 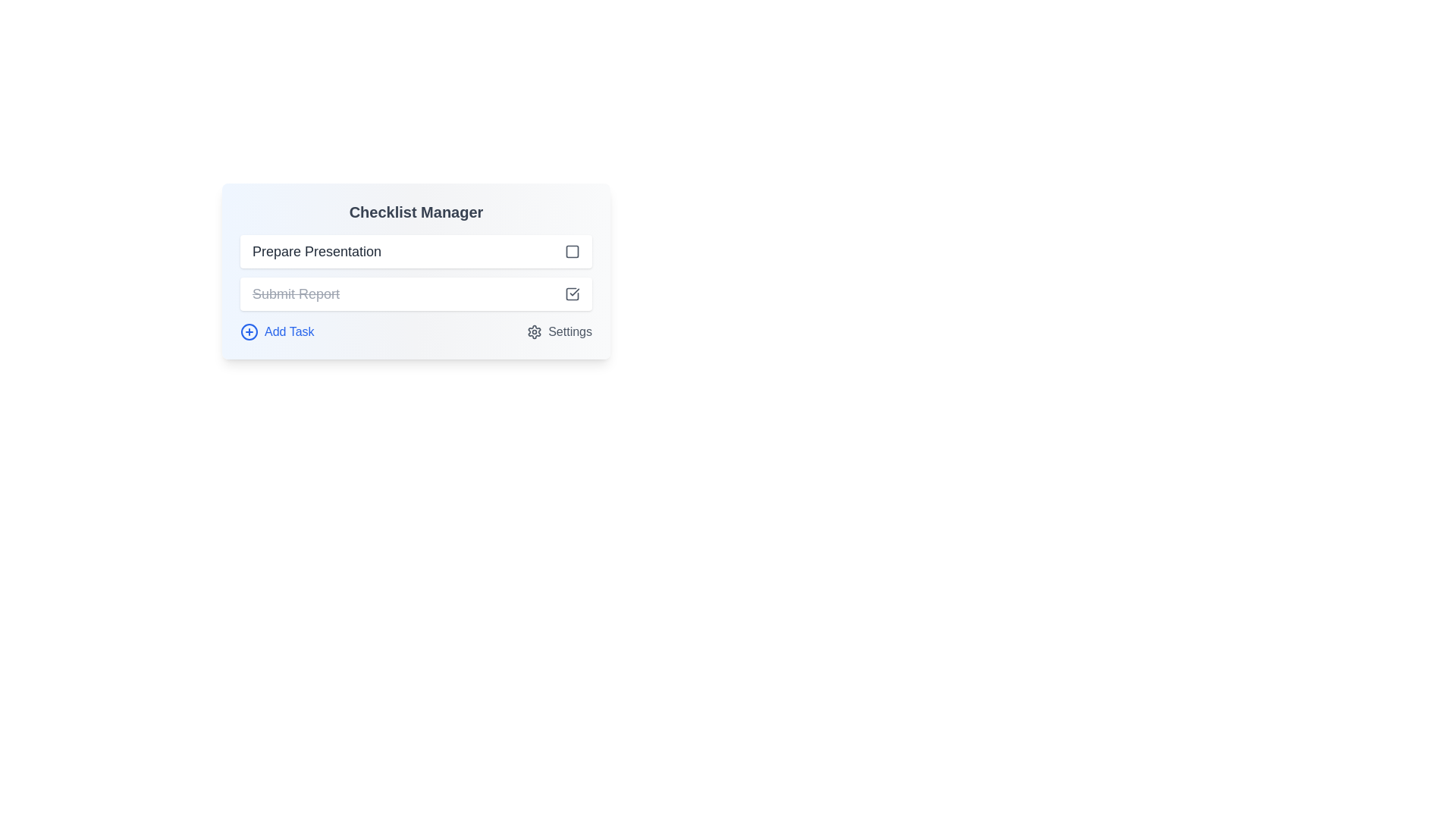 What do you see at coordinates (249, 331) in the screenshot?
I see `the circular icon with a plus sign inside, located at the bottom-left corner of the interface` at bounding box center [249, 331].